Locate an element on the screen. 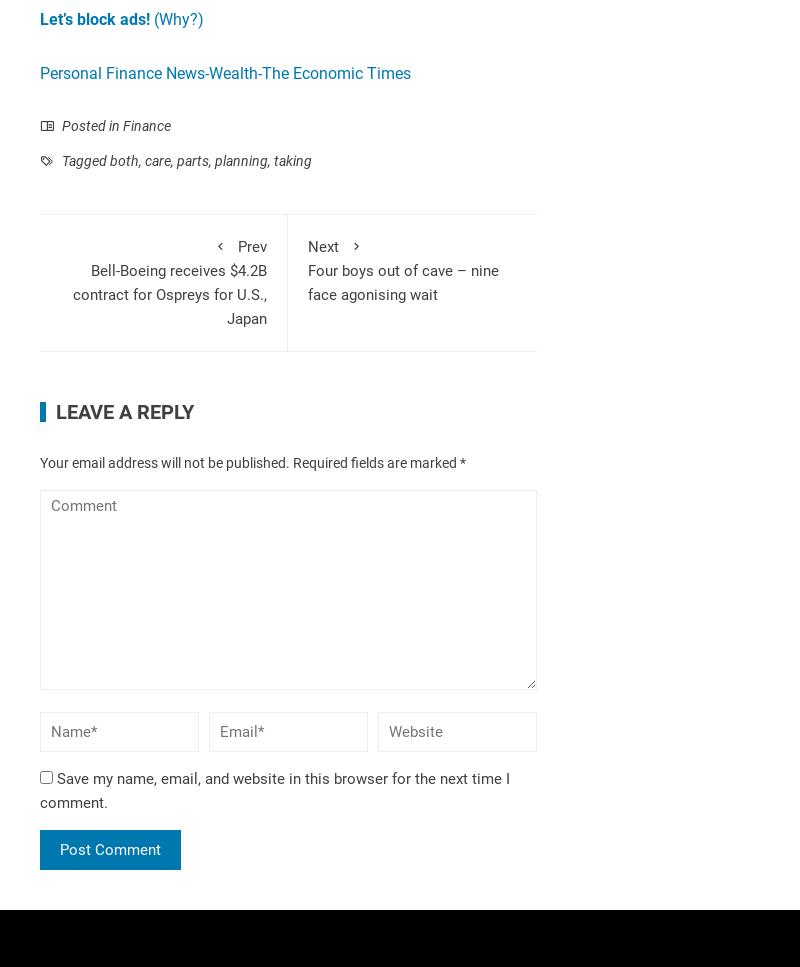 The image size is (800, 967). 'Let’s block ads!' is located at coordinates (39, 19).